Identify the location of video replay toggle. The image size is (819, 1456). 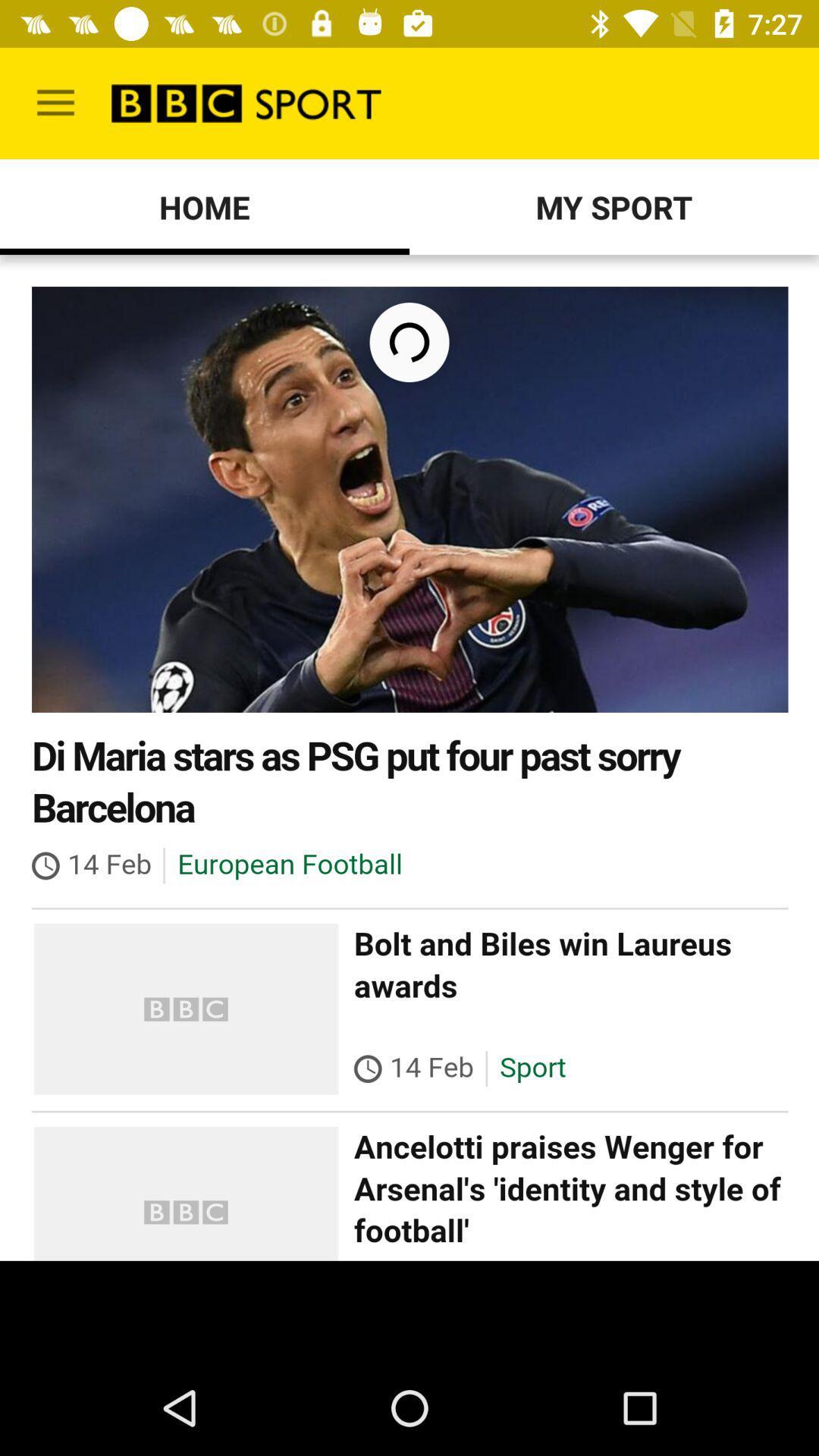
(409, 758).